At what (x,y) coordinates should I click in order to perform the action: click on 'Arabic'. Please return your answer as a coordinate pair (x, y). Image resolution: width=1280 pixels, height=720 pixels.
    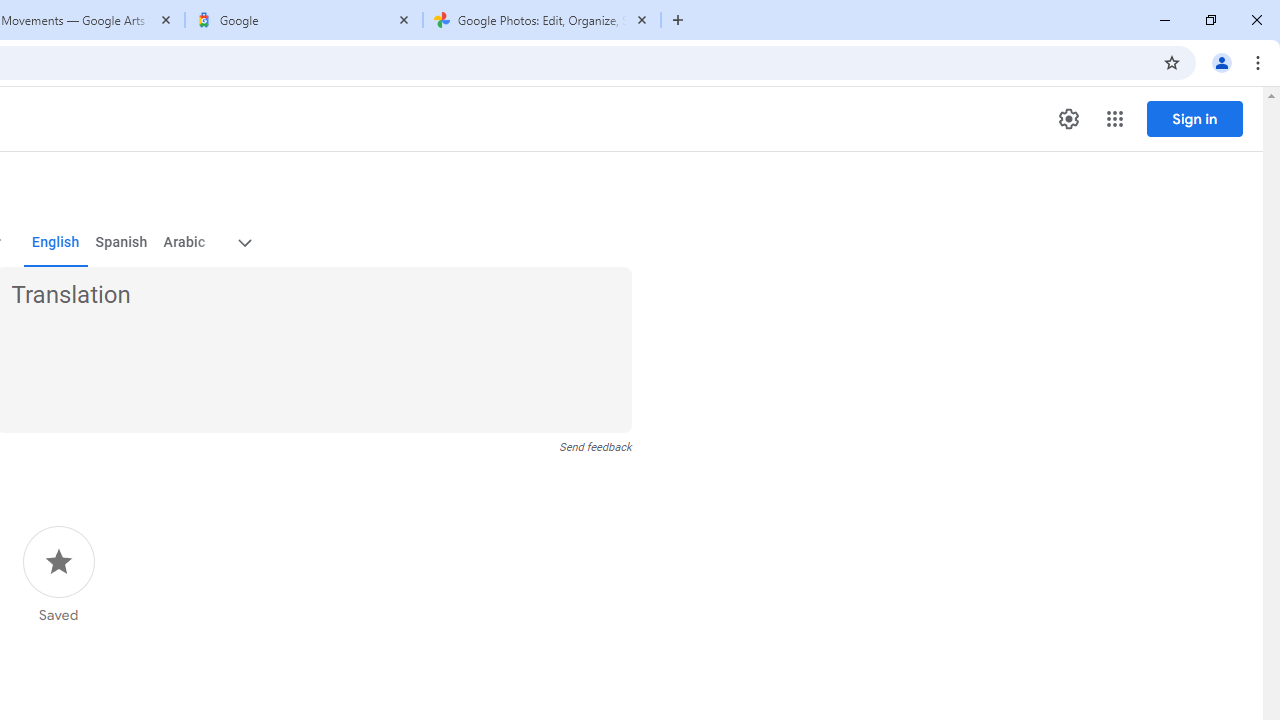
    Looking at the image, I should click on (183, 242).